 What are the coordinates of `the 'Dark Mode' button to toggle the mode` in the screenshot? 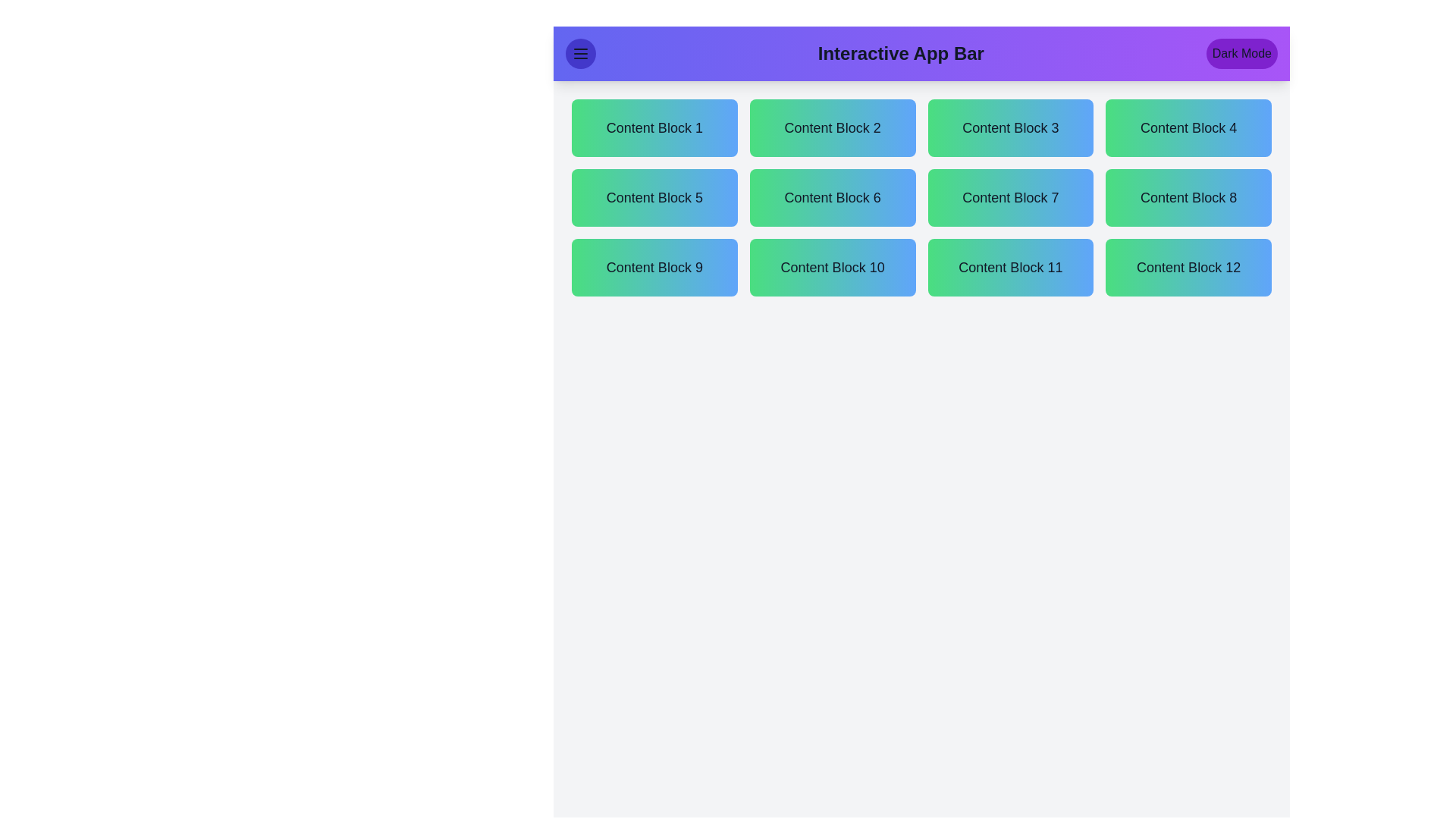 It's located at (1241, 52).